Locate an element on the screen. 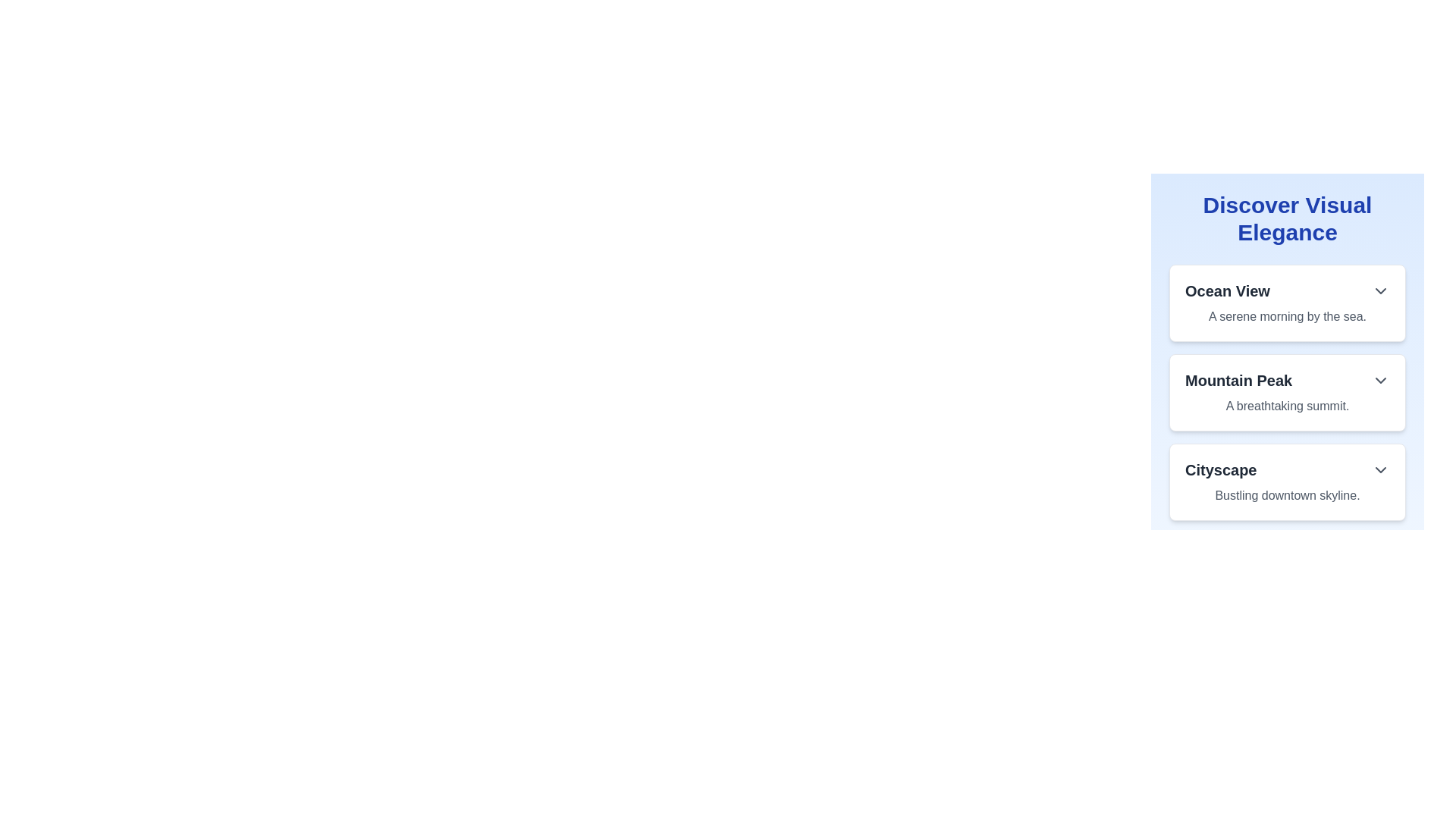 The height and width of the screenshot is (819, 1456). the 'Mountain Peak' card is located at coordinates (1287, 356).